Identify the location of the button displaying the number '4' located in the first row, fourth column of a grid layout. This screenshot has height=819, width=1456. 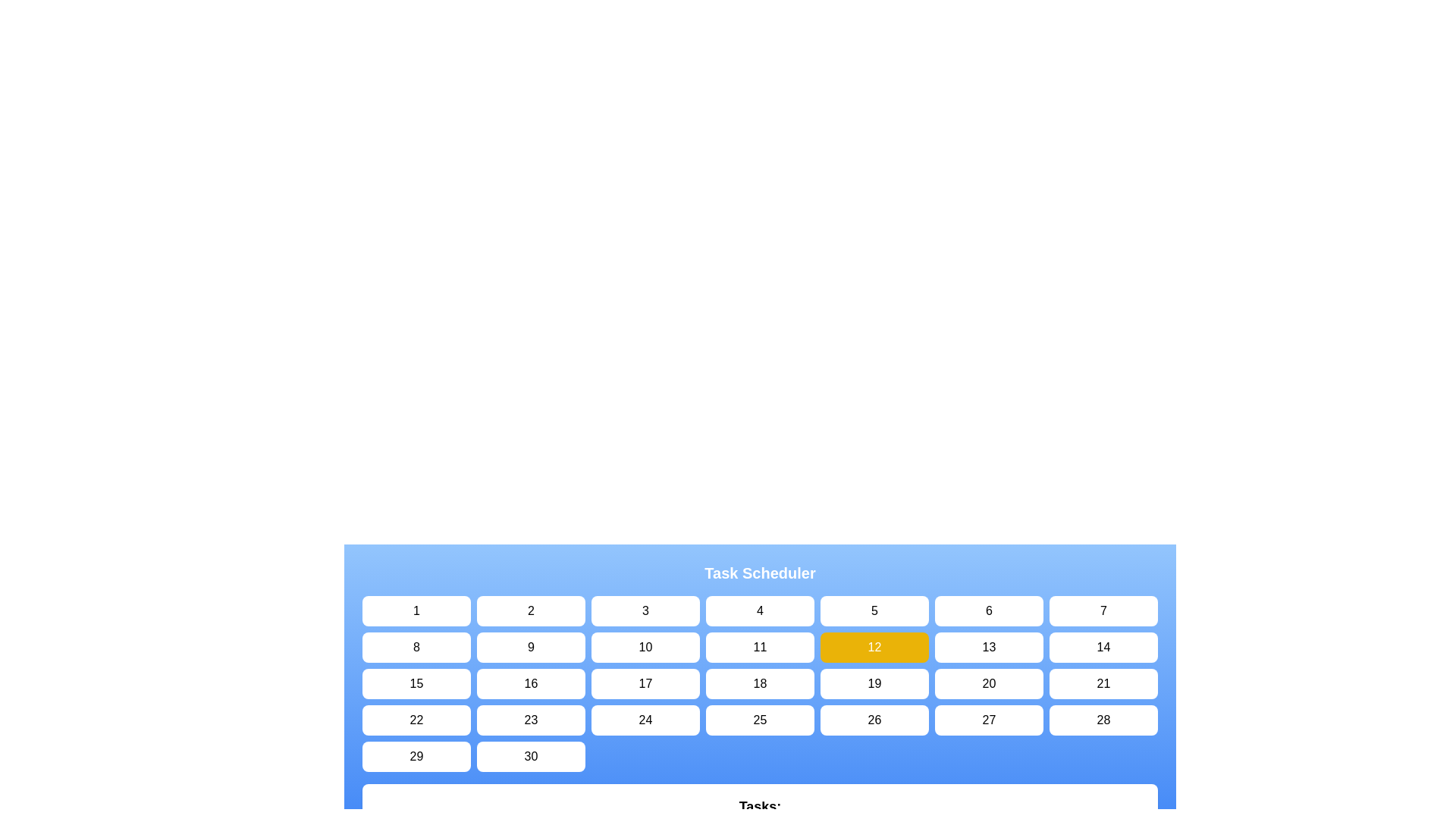
(760, 610).